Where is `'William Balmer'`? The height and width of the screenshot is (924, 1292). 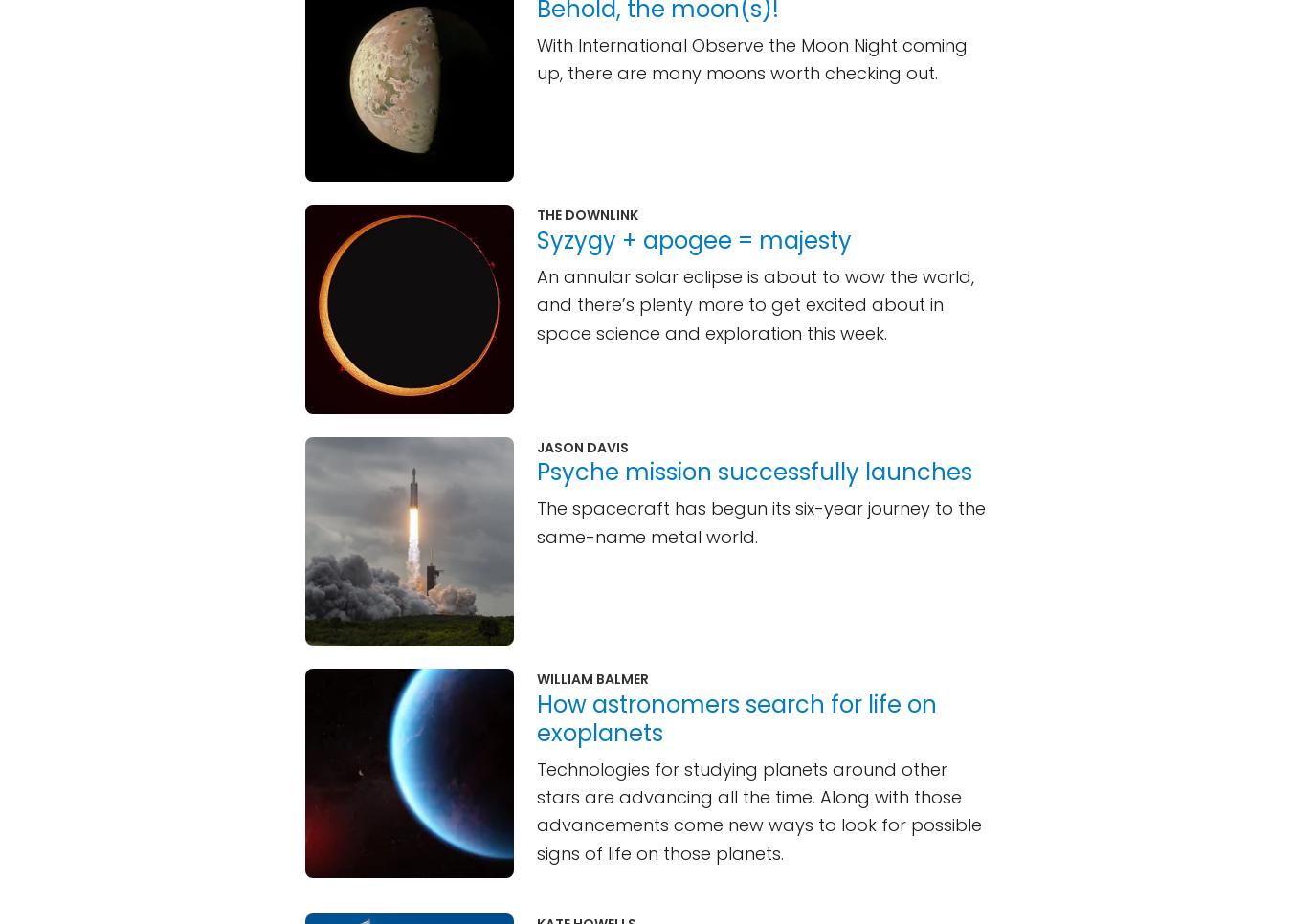
'William Balmer' is located at coordinates (592, 678).